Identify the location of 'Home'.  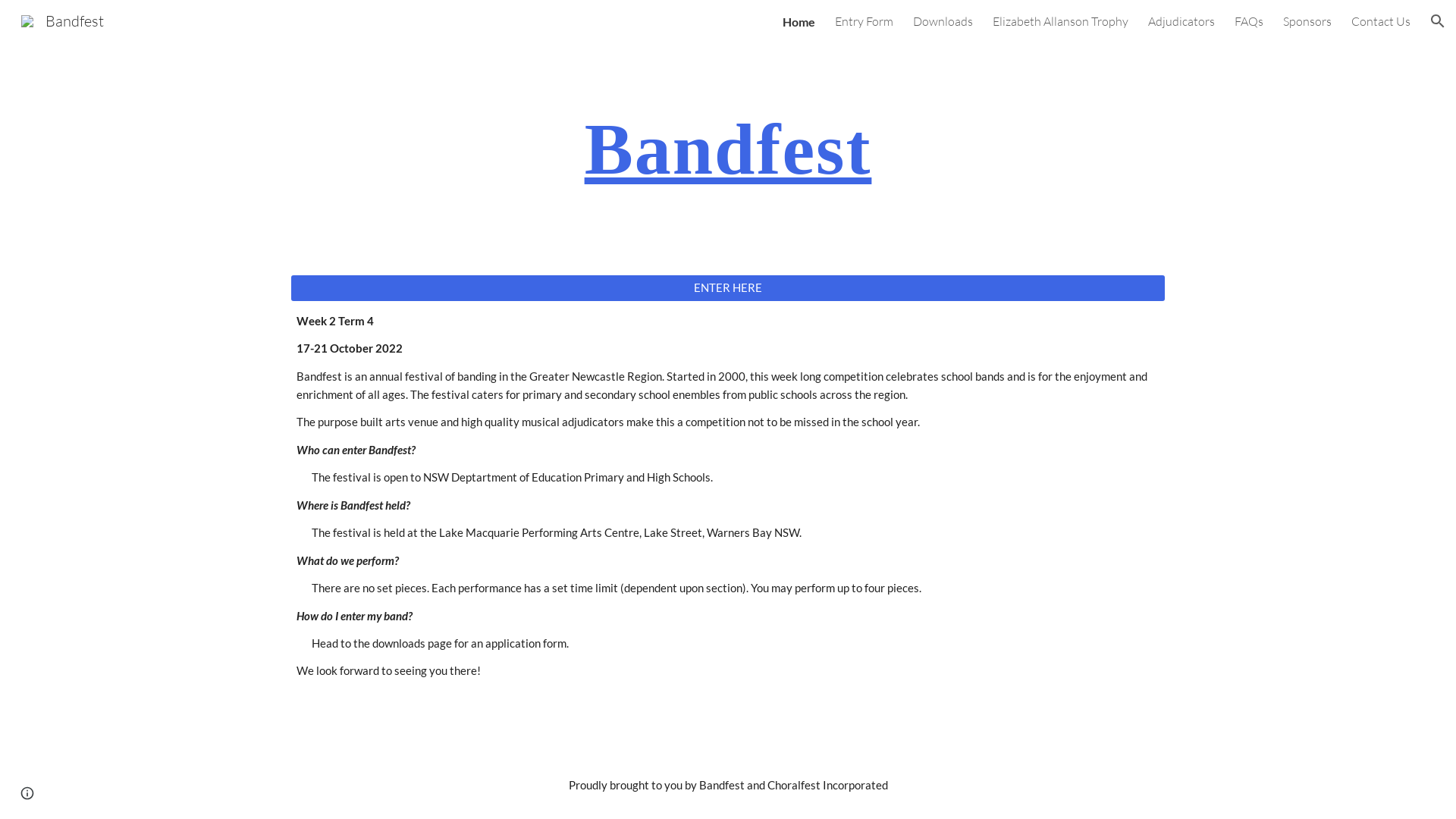
(798, 20).